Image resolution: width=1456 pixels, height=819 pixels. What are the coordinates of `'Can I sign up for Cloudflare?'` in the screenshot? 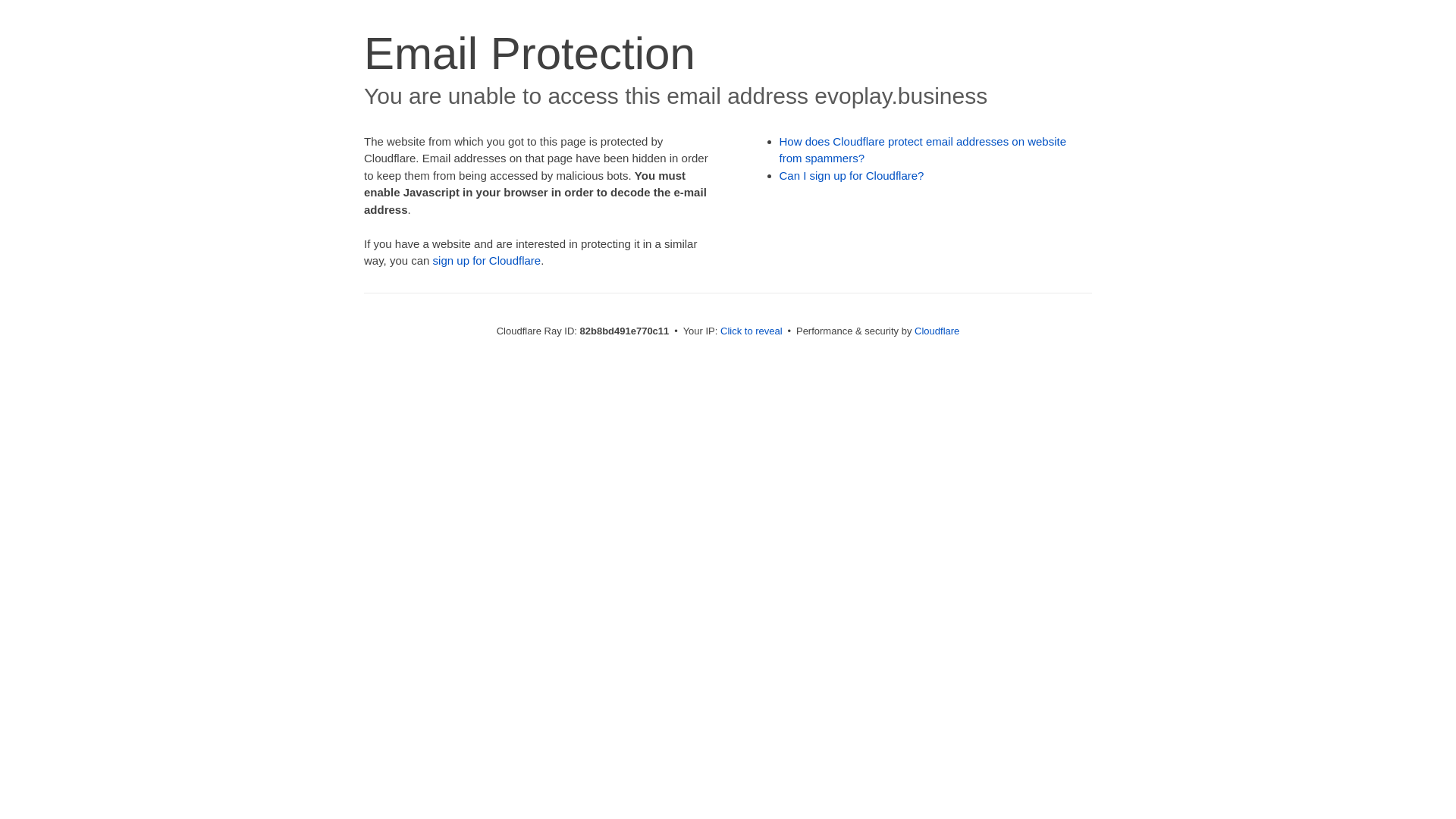 It's located at (852, 174).